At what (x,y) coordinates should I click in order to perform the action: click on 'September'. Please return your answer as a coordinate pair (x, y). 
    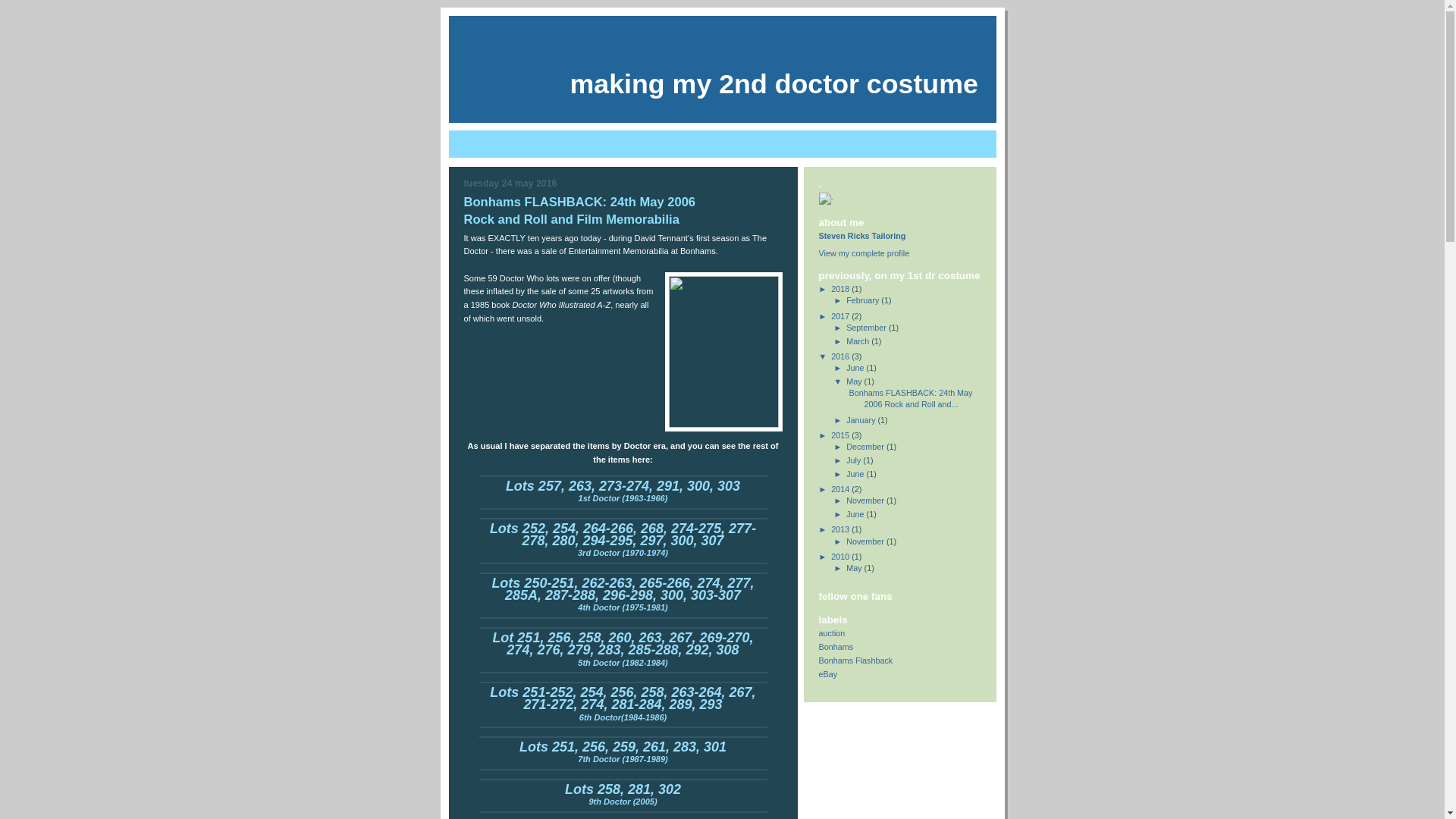
    Looking at the image, I should click on (867, 327).